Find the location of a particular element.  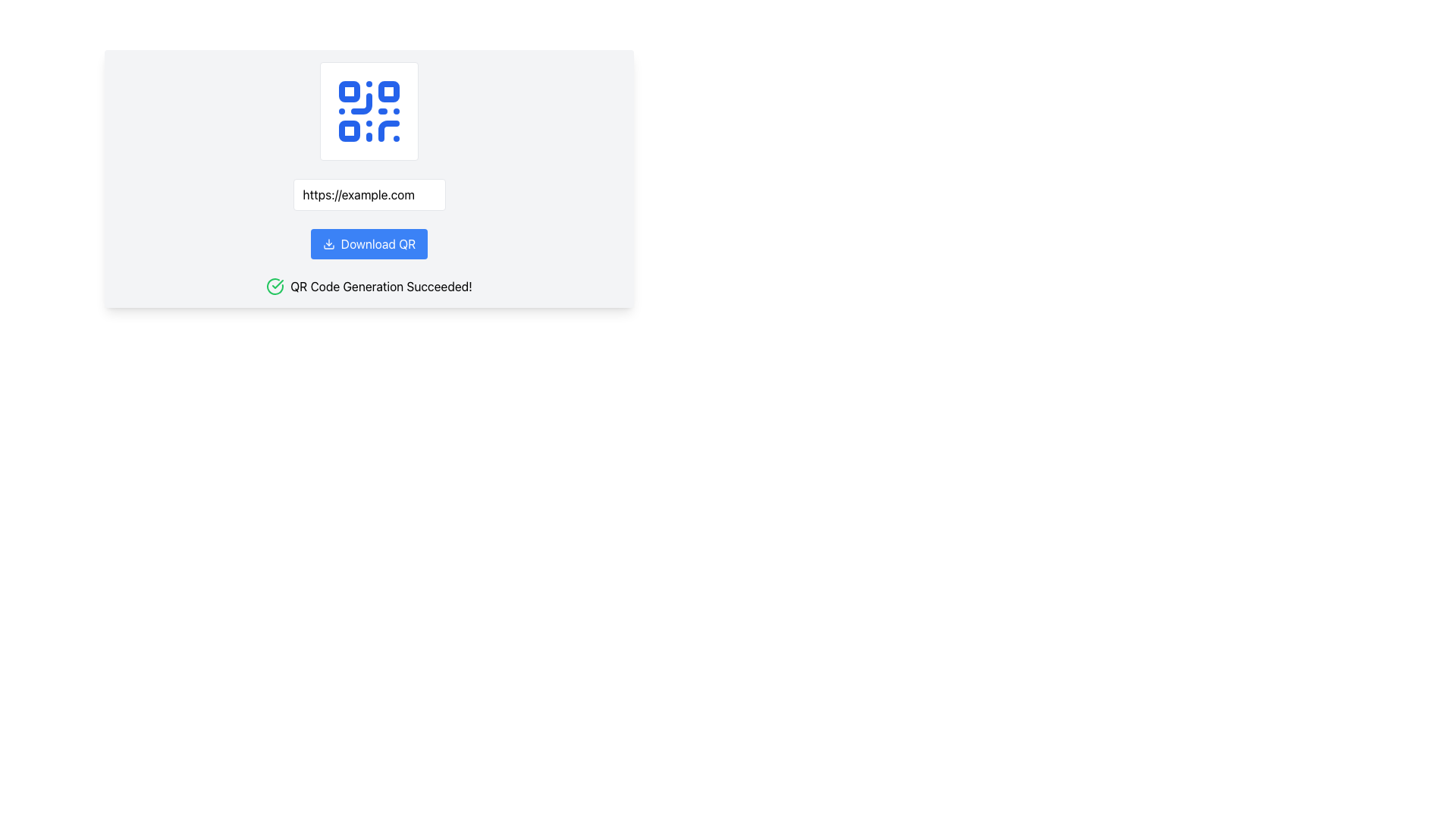

the small rectangular box with rounded corners located in the top-left corner of the QR code image is located at coordinates (348, 91).